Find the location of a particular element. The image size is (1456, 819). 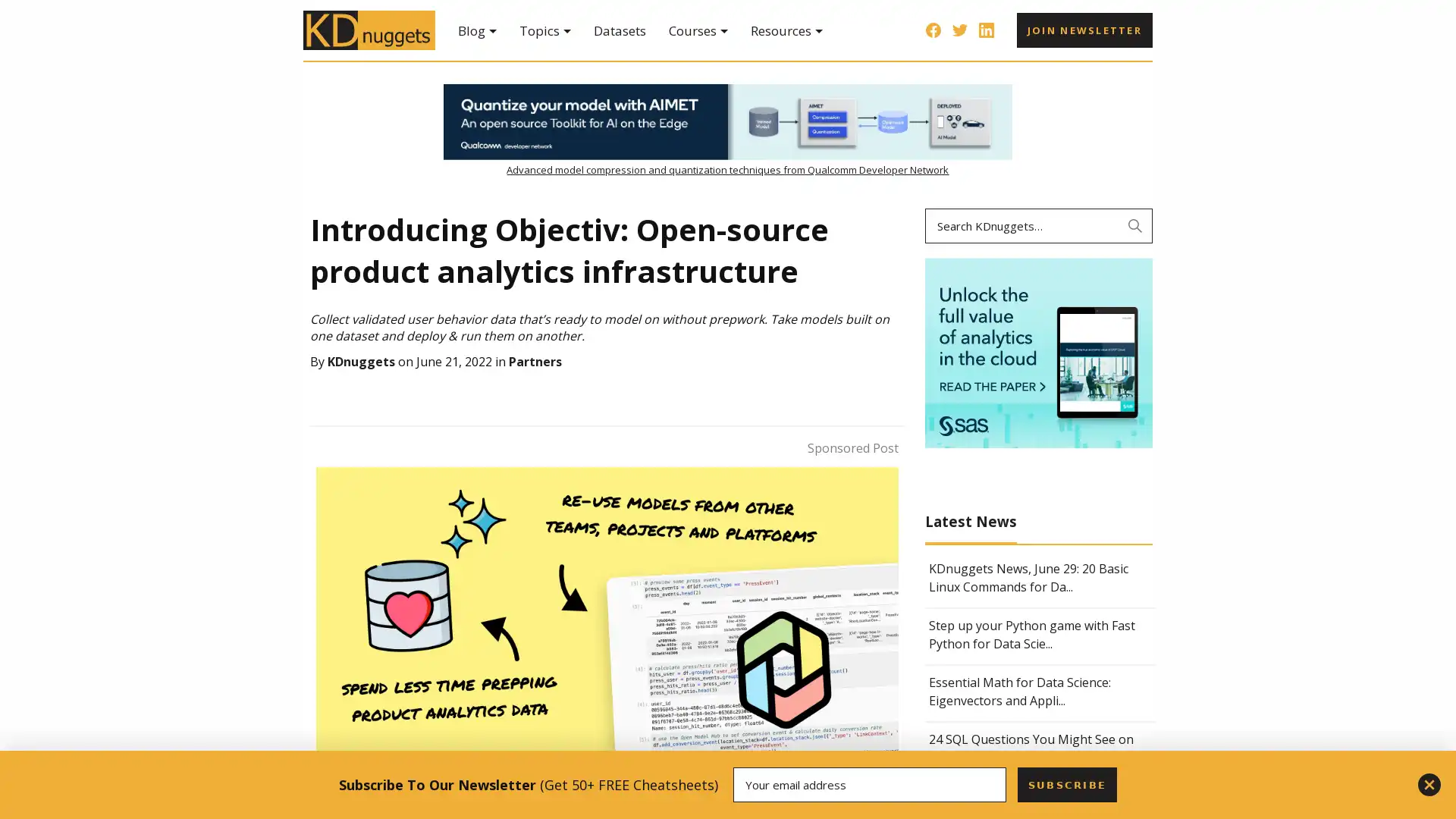

Subscribe is located at coordinates (1065, 784).